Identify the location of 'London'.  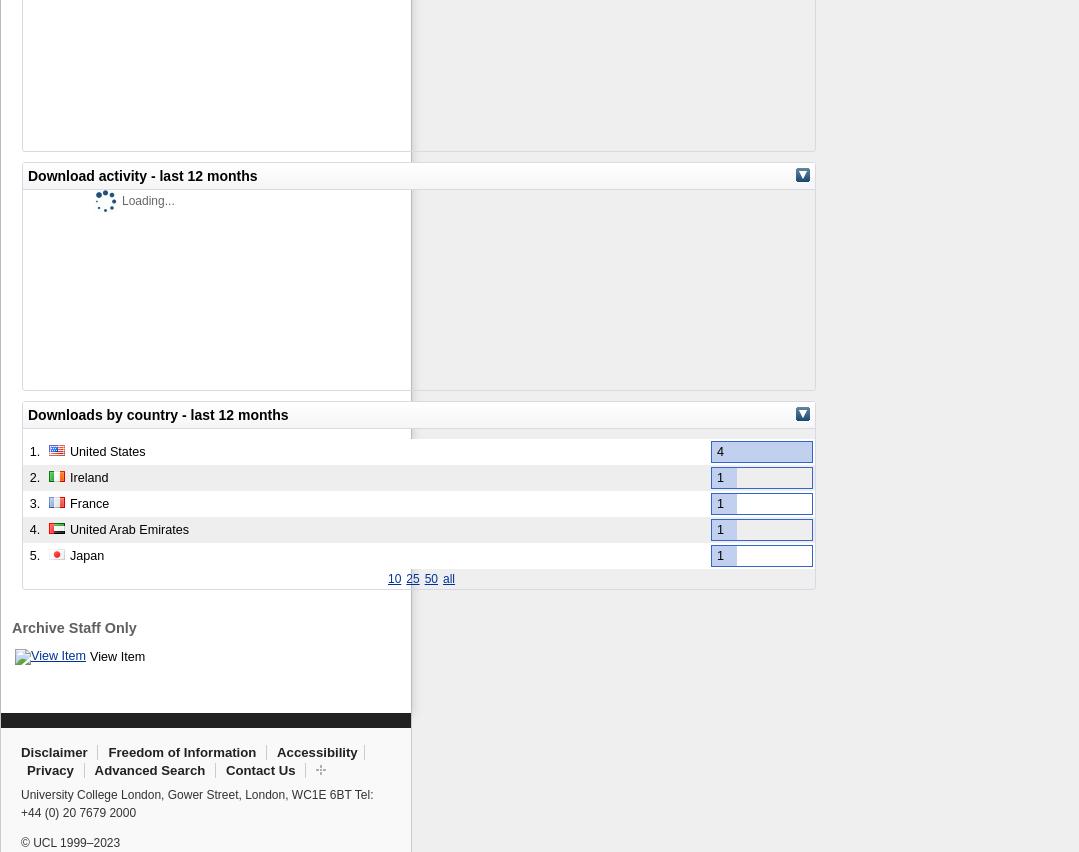
(244, 792).